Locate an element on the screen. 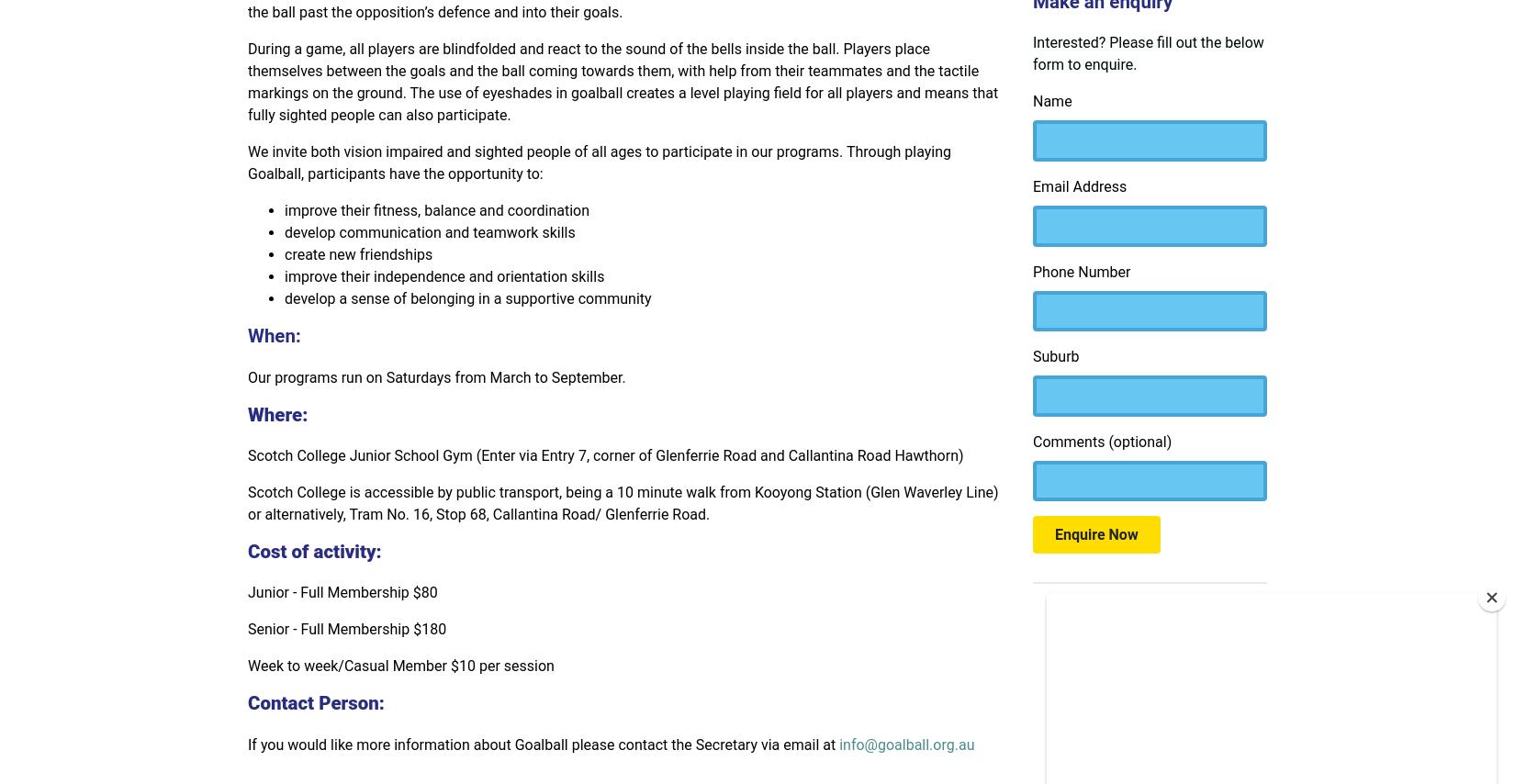 The width and height of the screenshot is (1515, 784). 'info@goalball.org.au' is located at coordinates (906, 743).